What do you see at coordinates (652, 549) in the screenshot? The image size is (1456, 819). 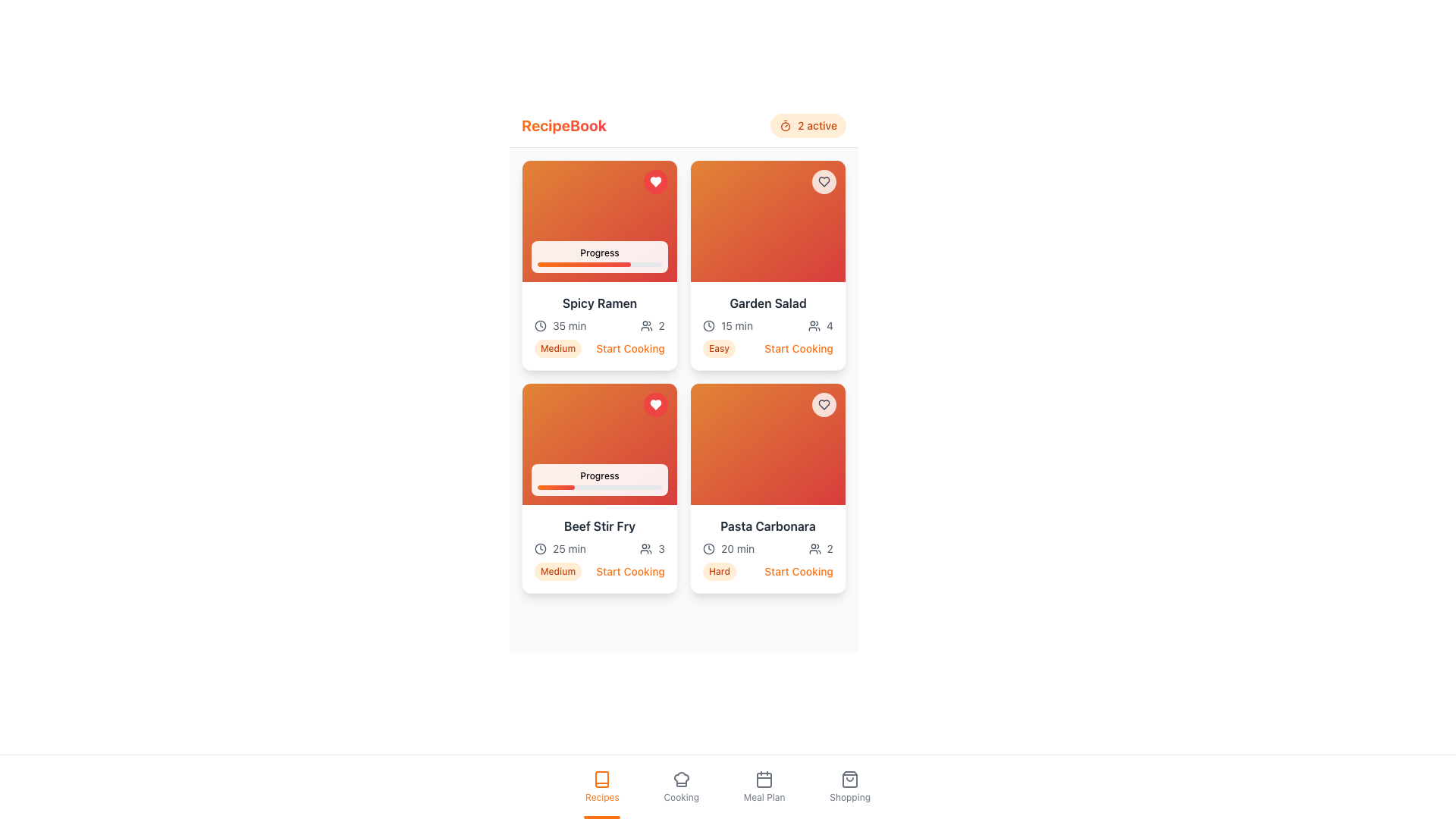 I see `the user icon with the number '3' located in the 'Beef Stir Fry' card, which is styled in dark tones and positioned below the title section and next to the cooking time indicator` at bounding box center [652, 549].